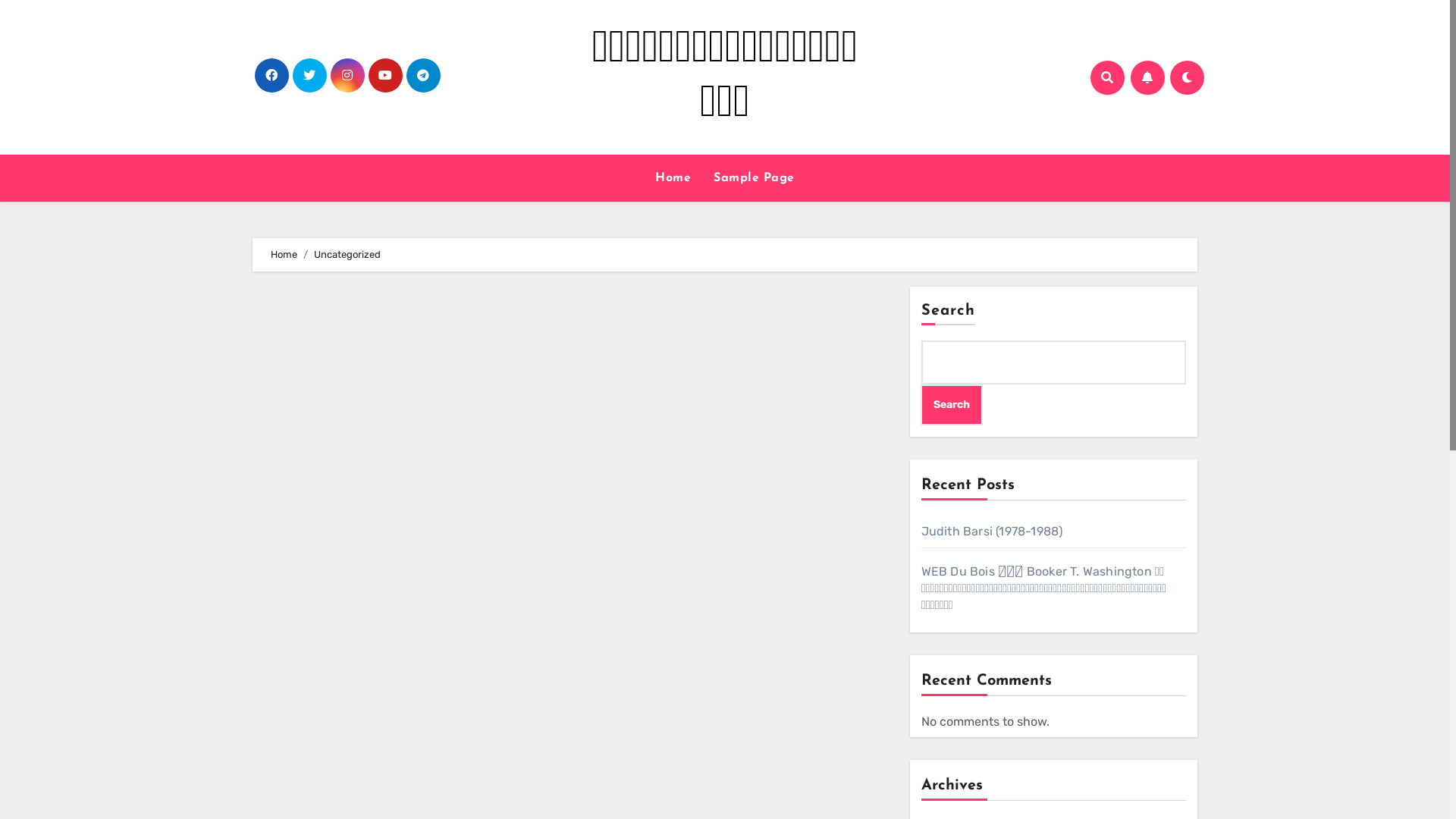  Describe the element at coordinates (754, 177) in the screenshot. I see `'Sample Page'` at that location.